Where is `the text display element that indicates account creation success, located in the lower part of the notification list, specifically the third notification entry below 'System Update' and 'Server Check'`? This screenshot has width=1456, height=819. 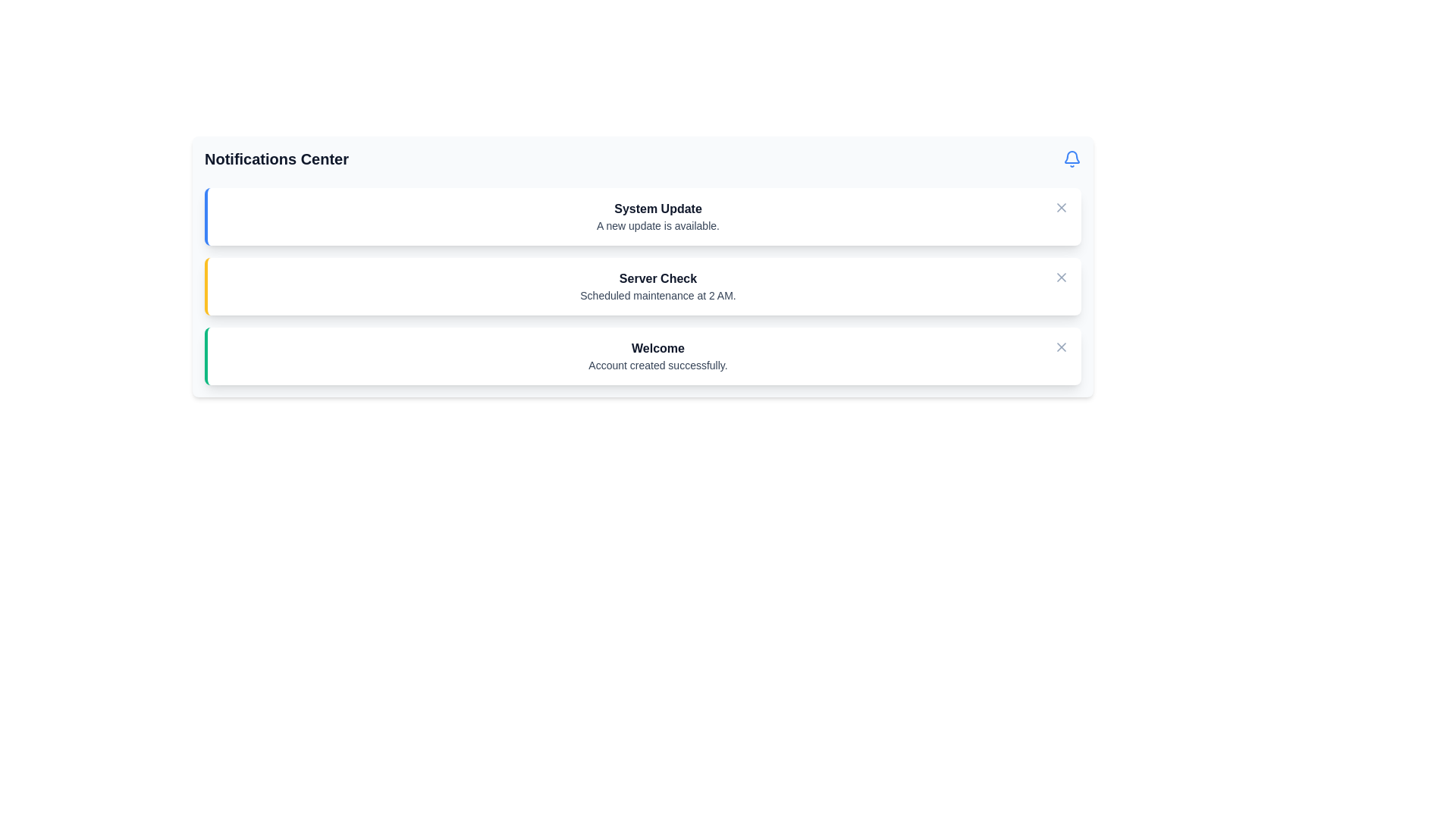
the text display element that indicates account creation success, located in the lower part of the notification list, specifically the third notification entry below 'System Update' and 'Server Check' is located at coordinates (658, 356).